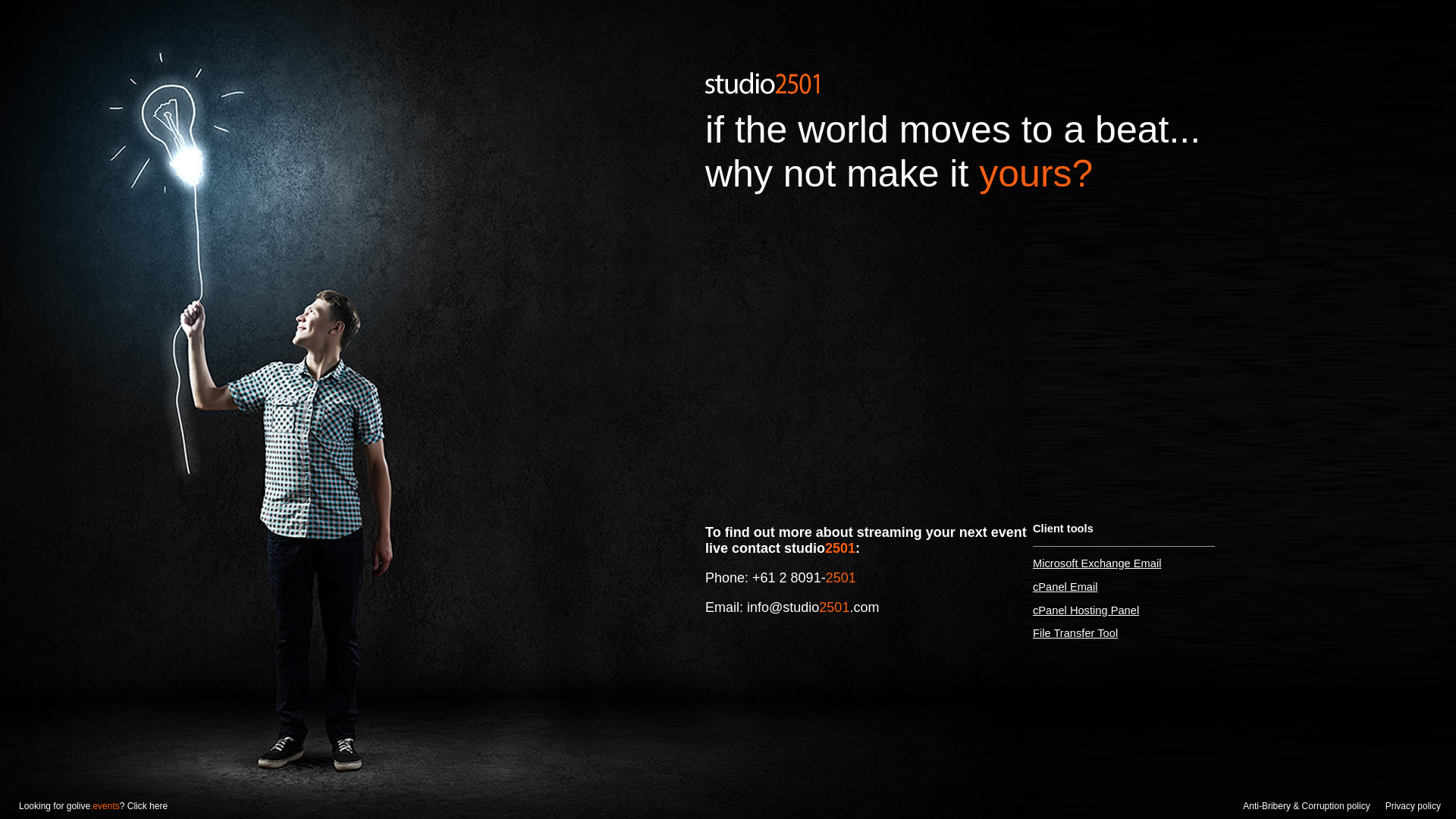  Describe the element at coordinates (1084, 610) in the screenshot. I see `'cPanel Hosting Panel'` at that location.